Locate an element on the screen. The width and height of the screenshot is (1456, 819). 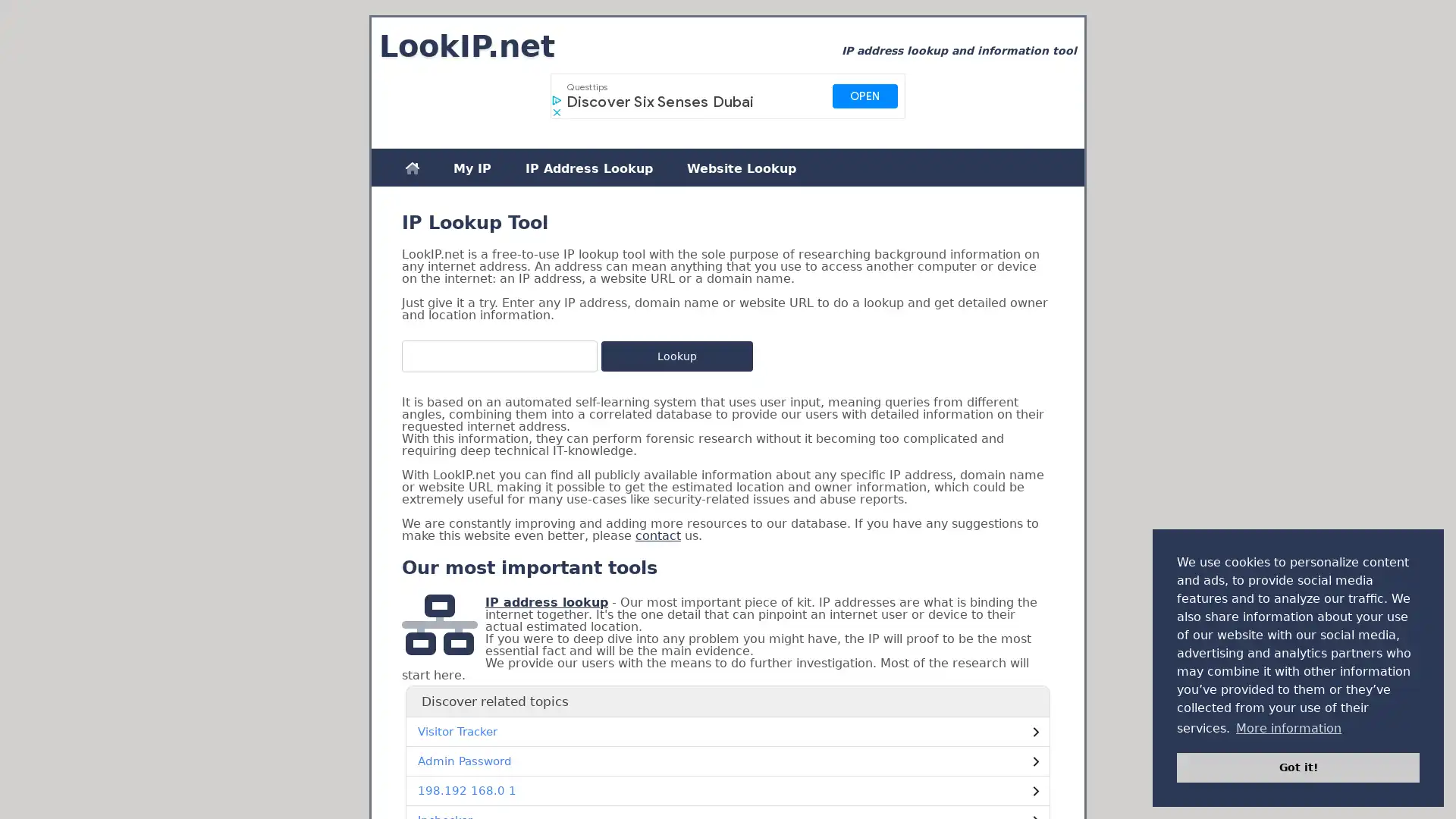
dismiss cookie message is located at coordinates (1298, 767).